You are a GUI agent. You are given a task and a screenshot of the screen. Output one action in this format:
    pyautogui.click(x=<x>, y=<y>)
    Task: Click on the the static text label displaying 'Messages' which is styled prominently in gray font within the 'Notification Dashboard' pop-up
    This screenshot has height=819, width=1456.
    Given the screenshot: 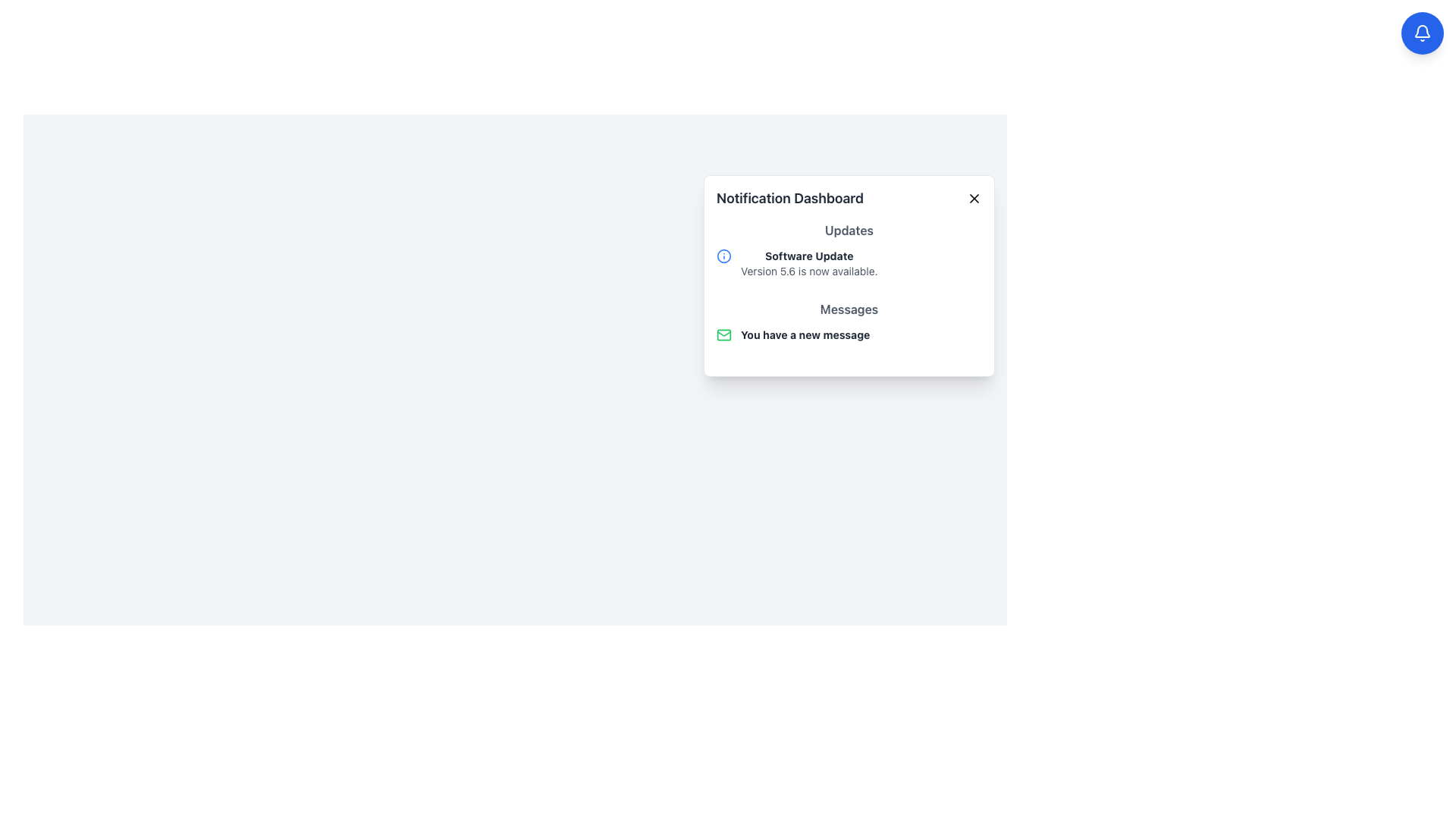 What is the action you would take?
    pyautogui.click(x=848, y=309)
    